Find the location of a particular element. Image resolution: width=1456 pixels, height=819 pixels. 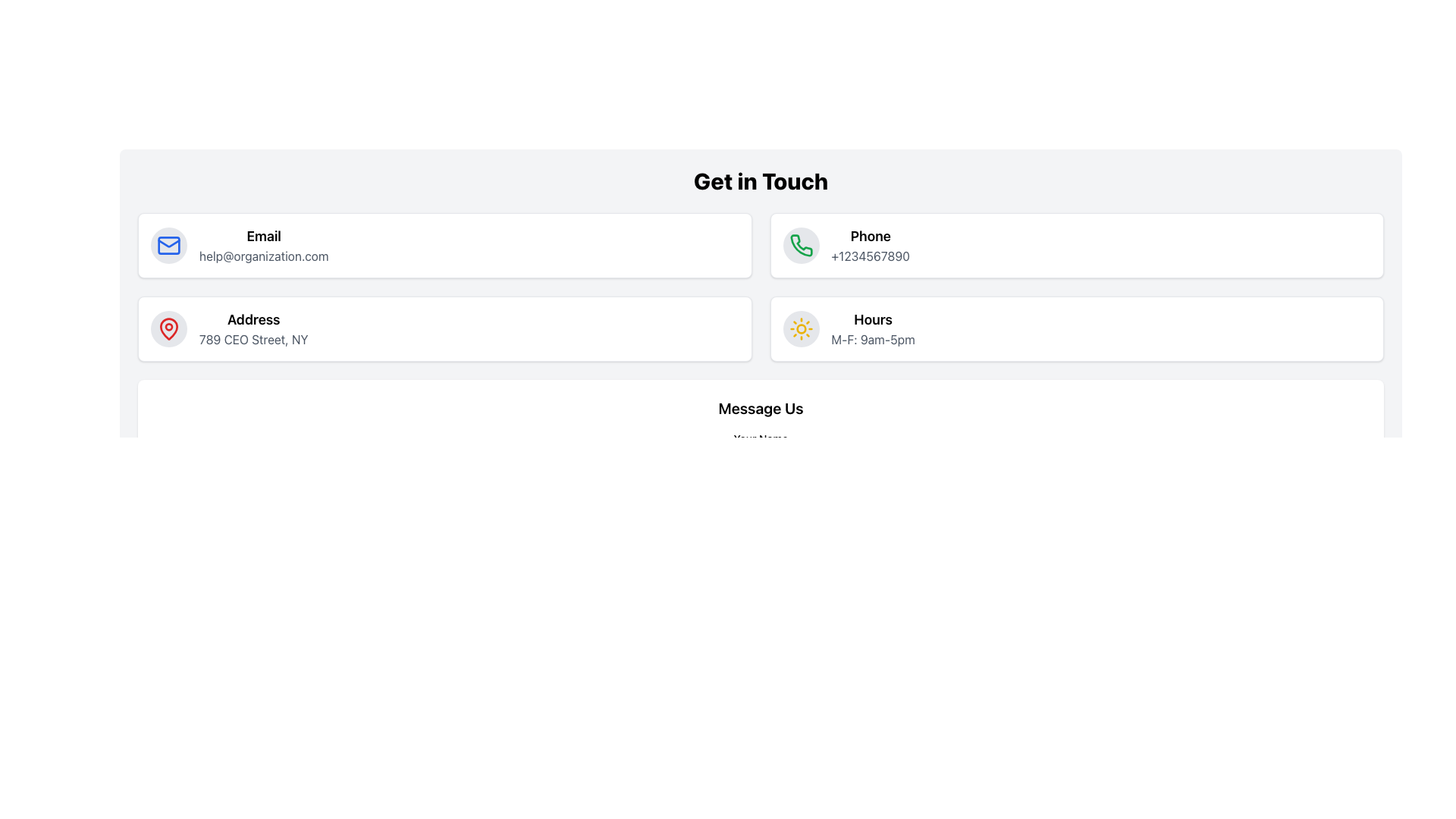

the email icon located in a rounded gray circular div at the top-left quadrant of the 'Get in Touch' area to interact with it is located at coordinates (168, 245).